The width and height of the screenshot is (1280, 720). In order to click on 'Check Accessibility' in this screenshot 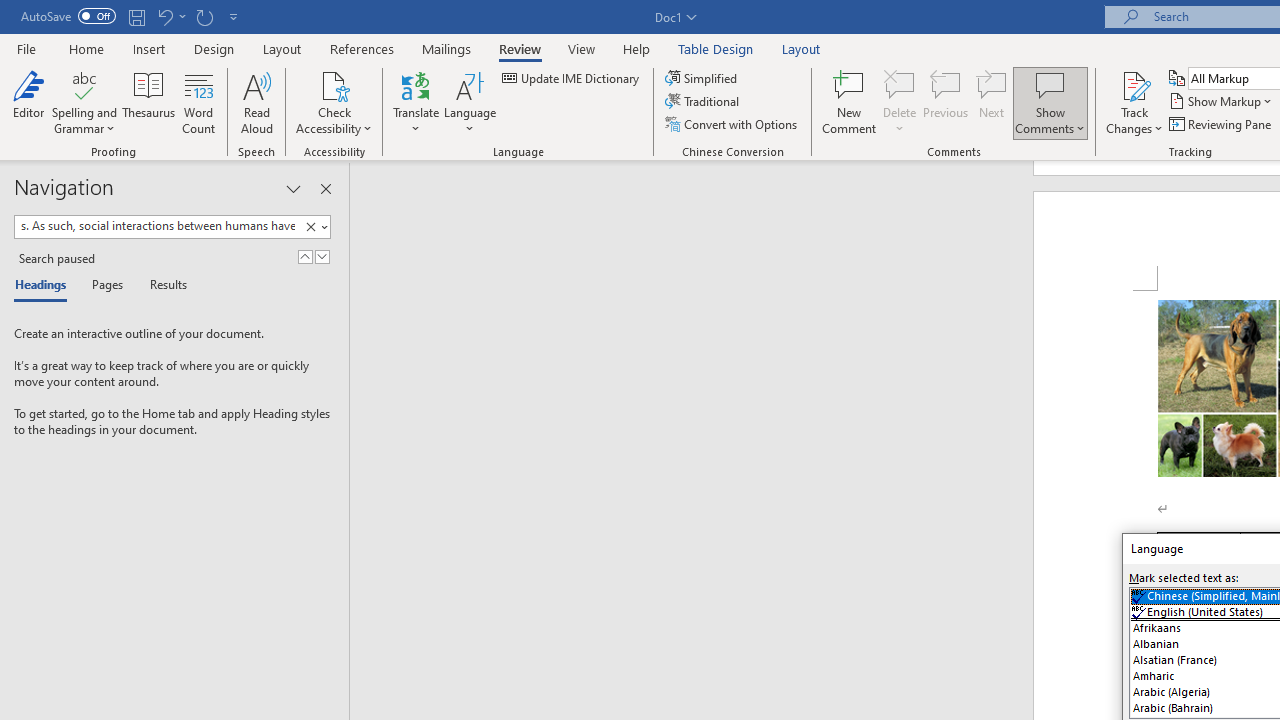, I will do `click(334, 103)`.